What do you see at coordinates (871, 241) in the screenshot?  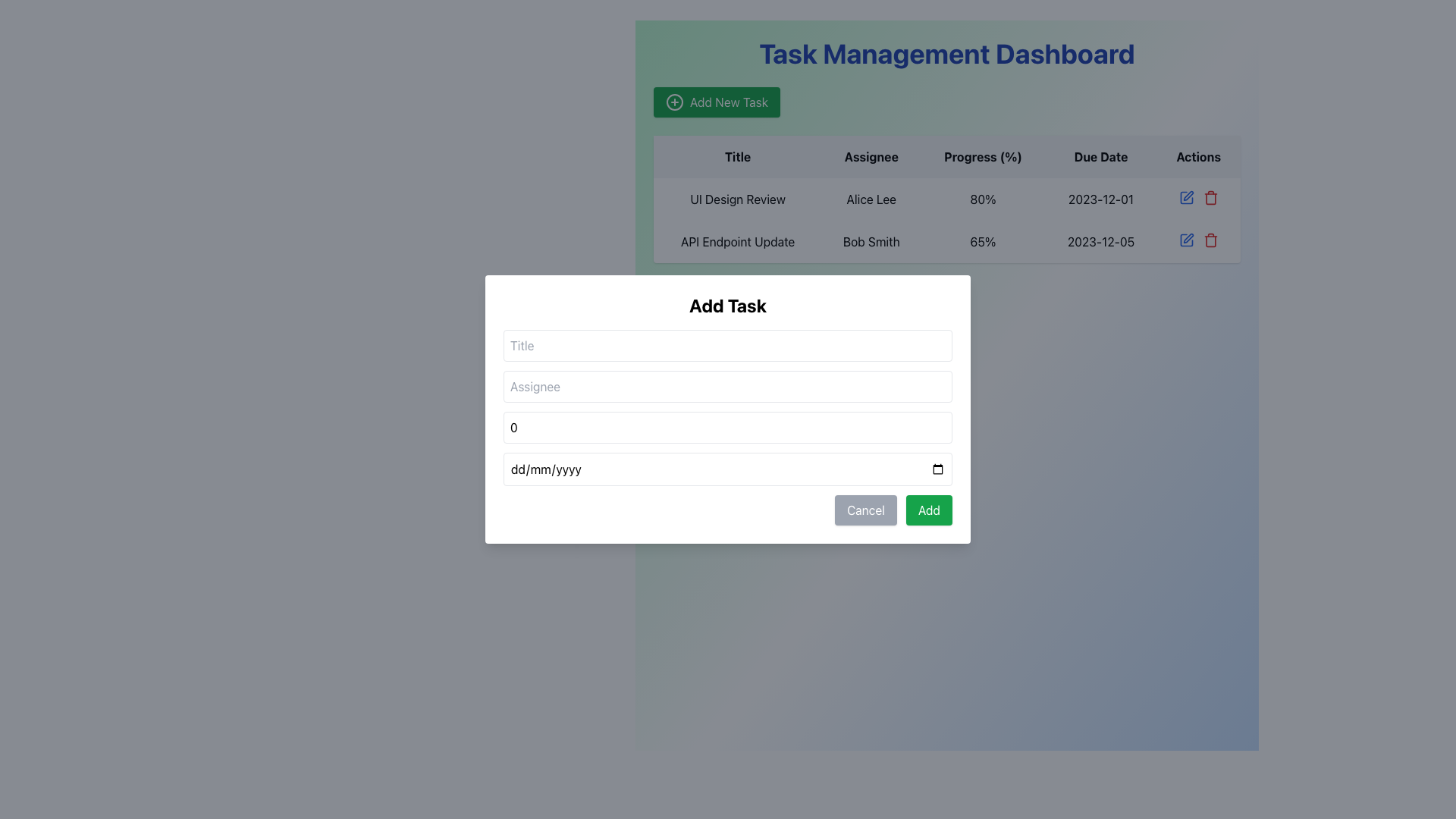 I see `text label displaying 'Bob Smith' located in the second row of the data table under the 'Assignee' column` at bounding box center [871, 241].